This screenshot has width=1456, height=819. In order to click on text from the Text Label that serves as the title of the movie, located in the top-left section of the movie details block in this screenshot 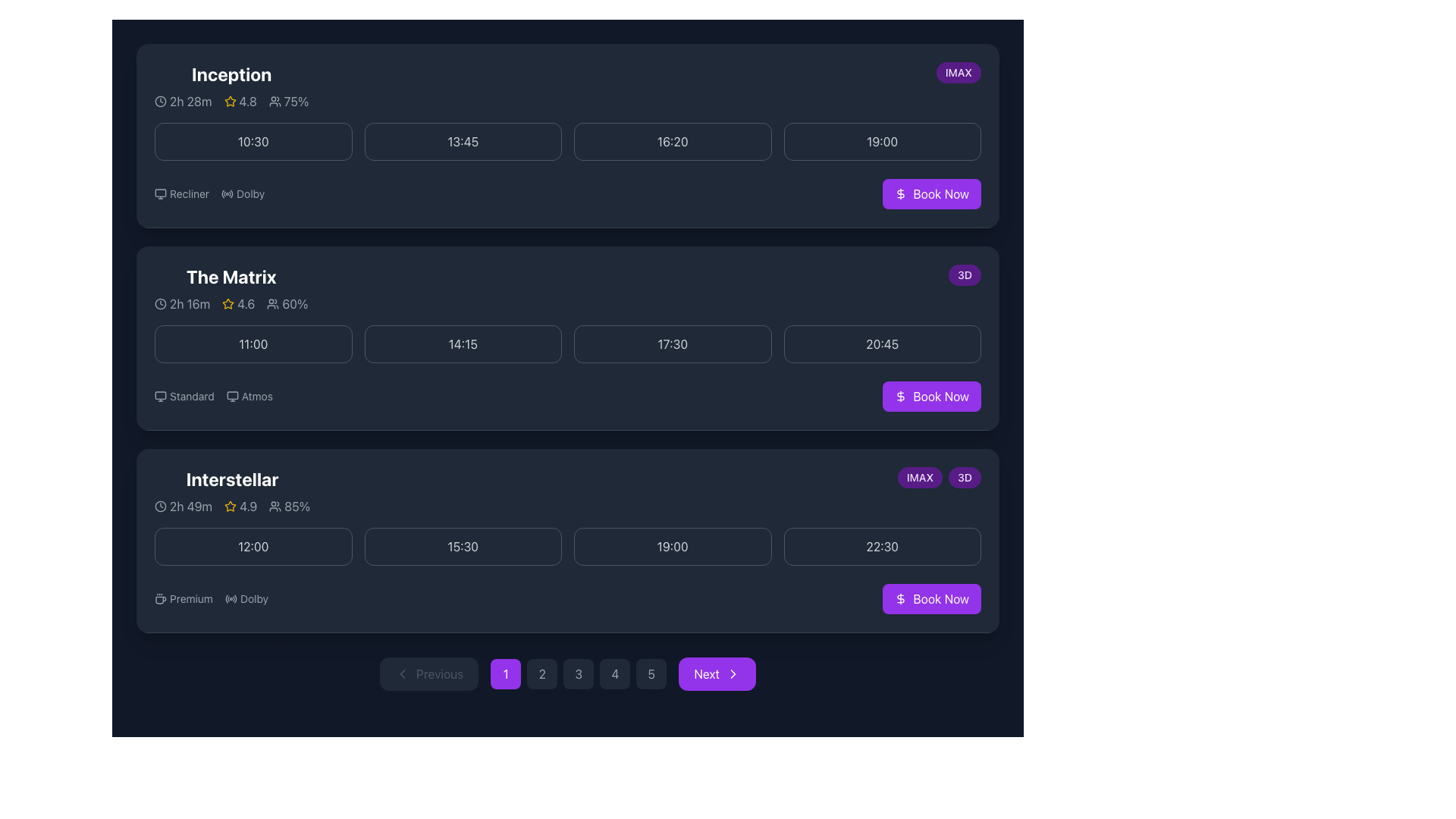, I will do `click(231, 479)`.